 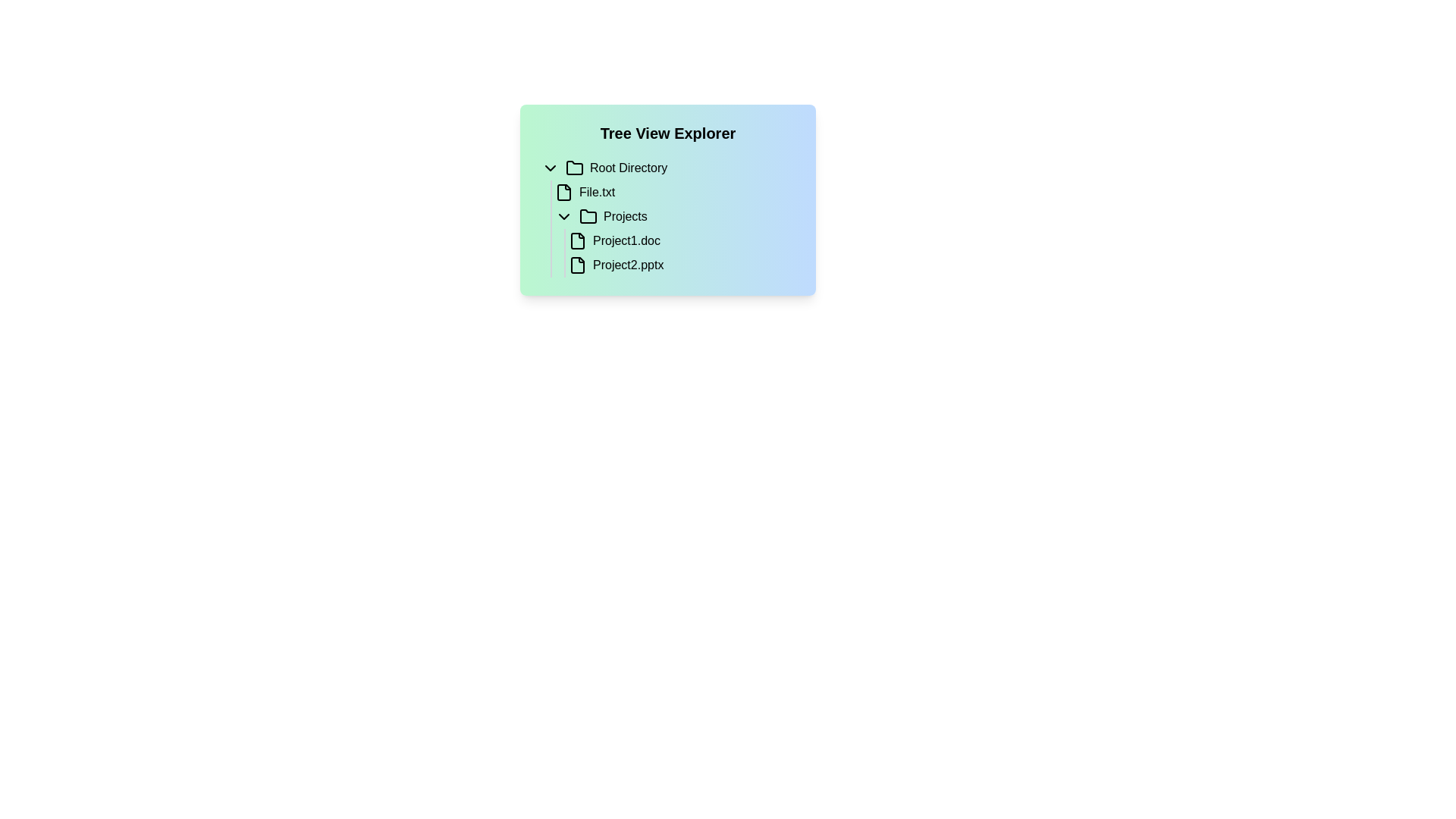 What do you see at coordinates (673, 228) in the screenshot?
I see `the 'Projects' subdirectory under 'File.txt' in the 'Root Directory' section` at bounding box center [673, 228].